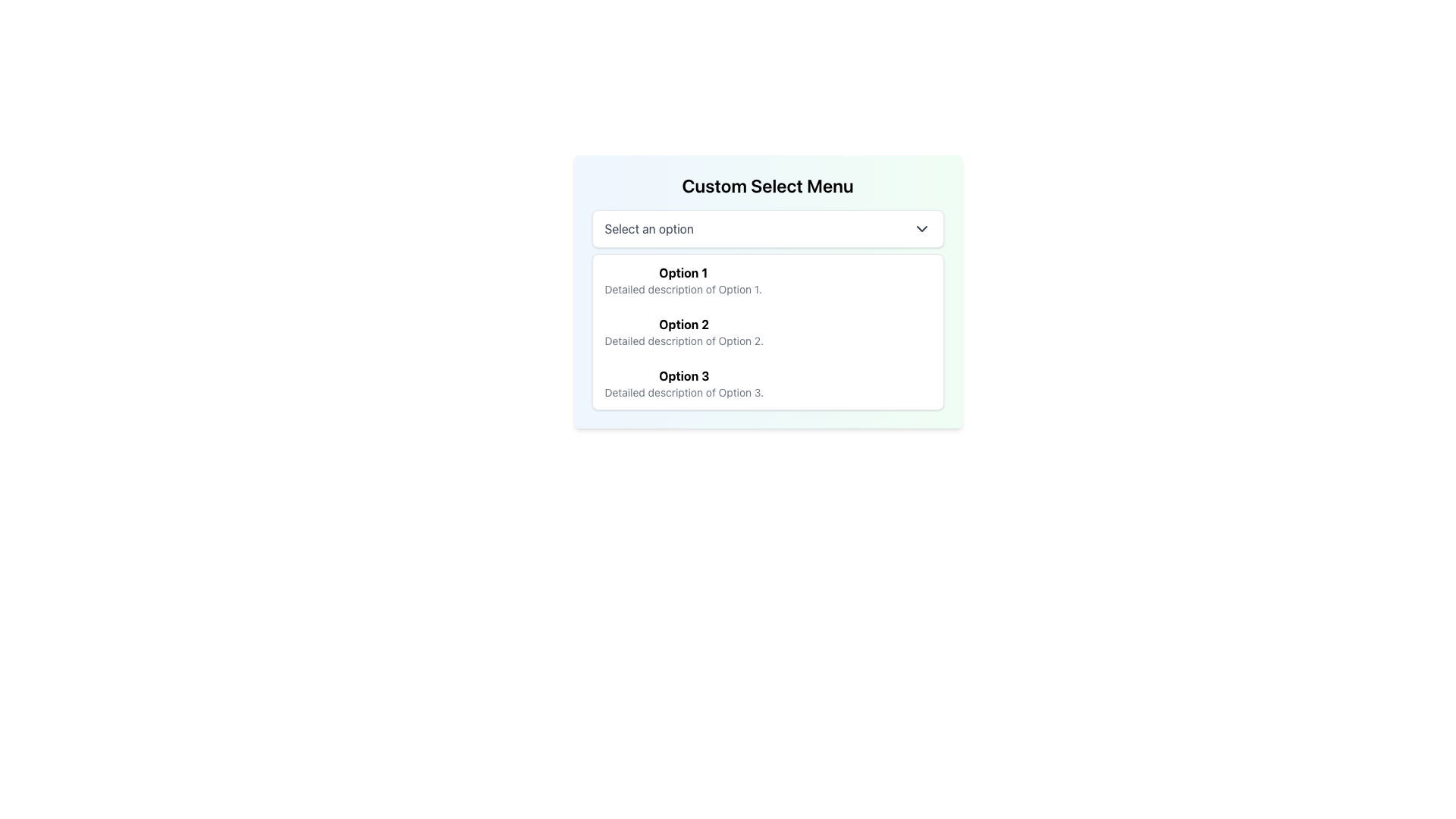 Image resolution: width=1456 pixels, height=819 pixels. Describe the element at coordinates (767, 281) in the screenshot. I see `the first option in the dropdown menu` at that location.